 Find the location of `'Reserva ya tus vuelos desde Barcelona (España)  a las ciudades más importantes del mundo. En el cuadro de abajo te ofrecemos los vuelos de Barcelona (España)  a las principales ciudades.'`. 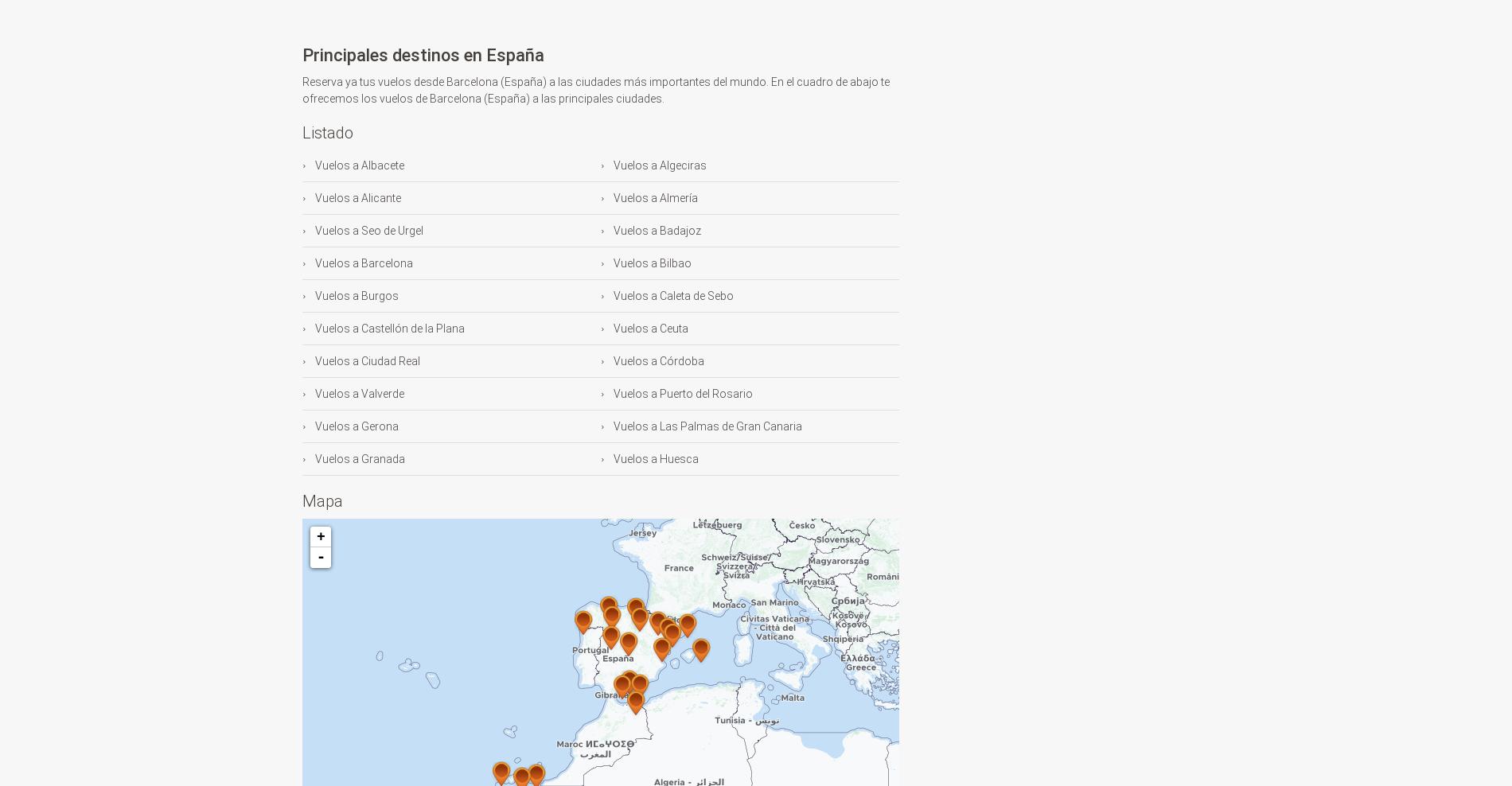

'Reserva ya tus vuelos desde Barcelona (España)  a las ciudades más importantes del mundo. En el cuadro de abajo te ofrecemos los vuelos de Barcelona (España)  a las principales ciudades.' is located at coordinates (594, 89).